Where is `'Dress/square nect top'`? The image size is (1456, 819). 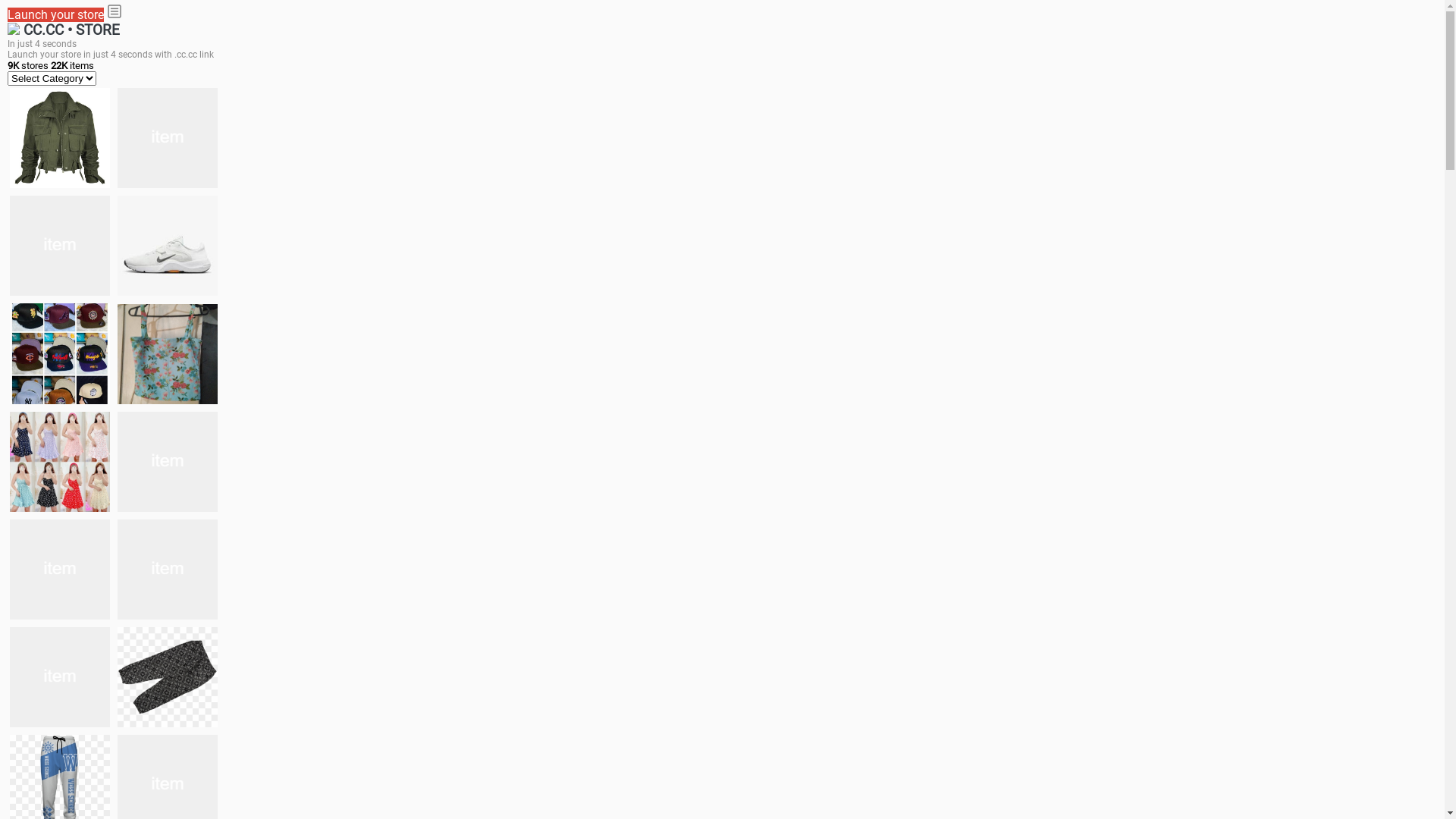
'Dress/square nect top' is located at coordinates (59, 460).